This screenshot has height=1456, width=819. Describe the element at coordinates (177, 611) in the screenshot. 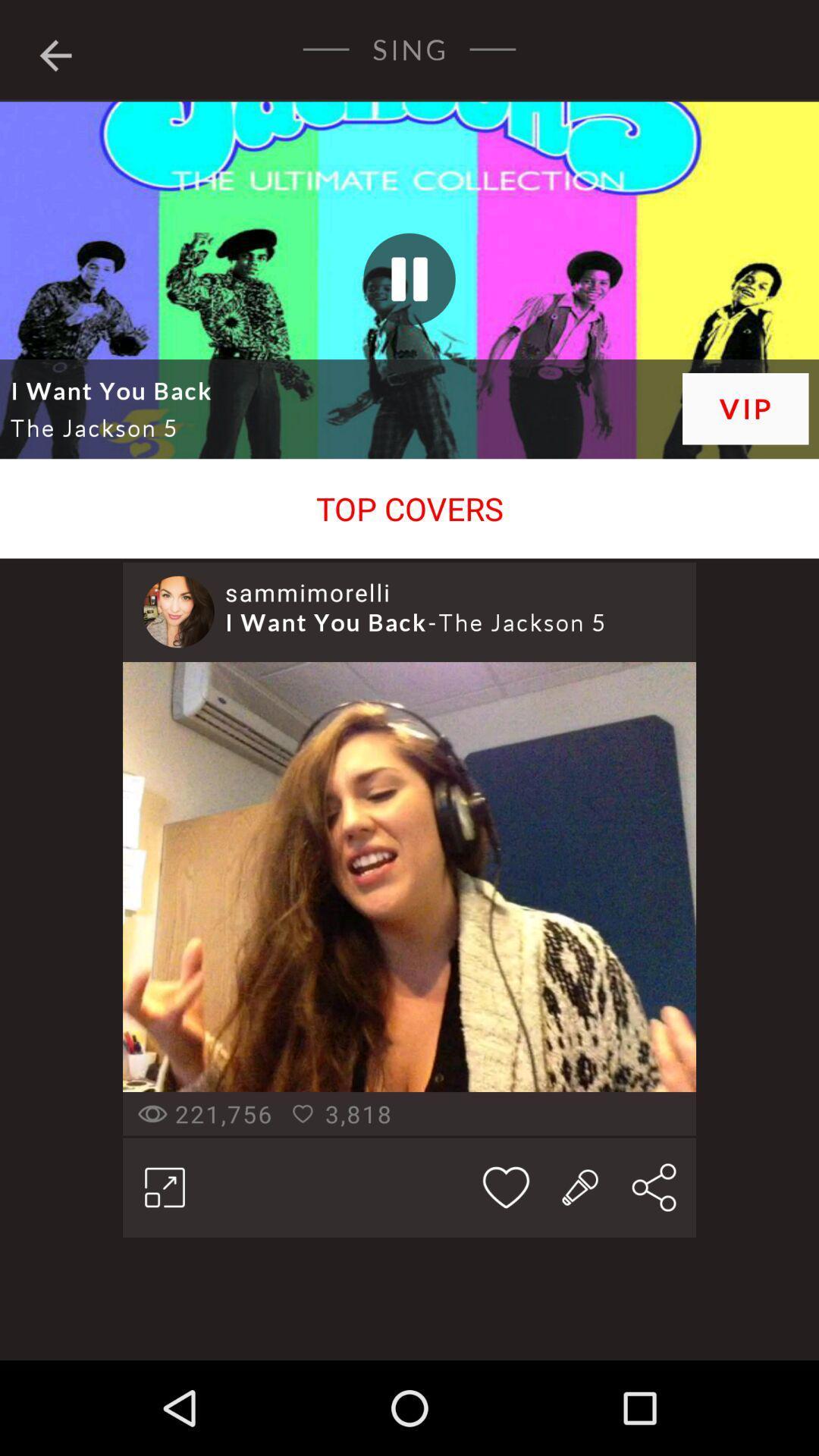

I see `item to the left of sammimorelli` at that location.